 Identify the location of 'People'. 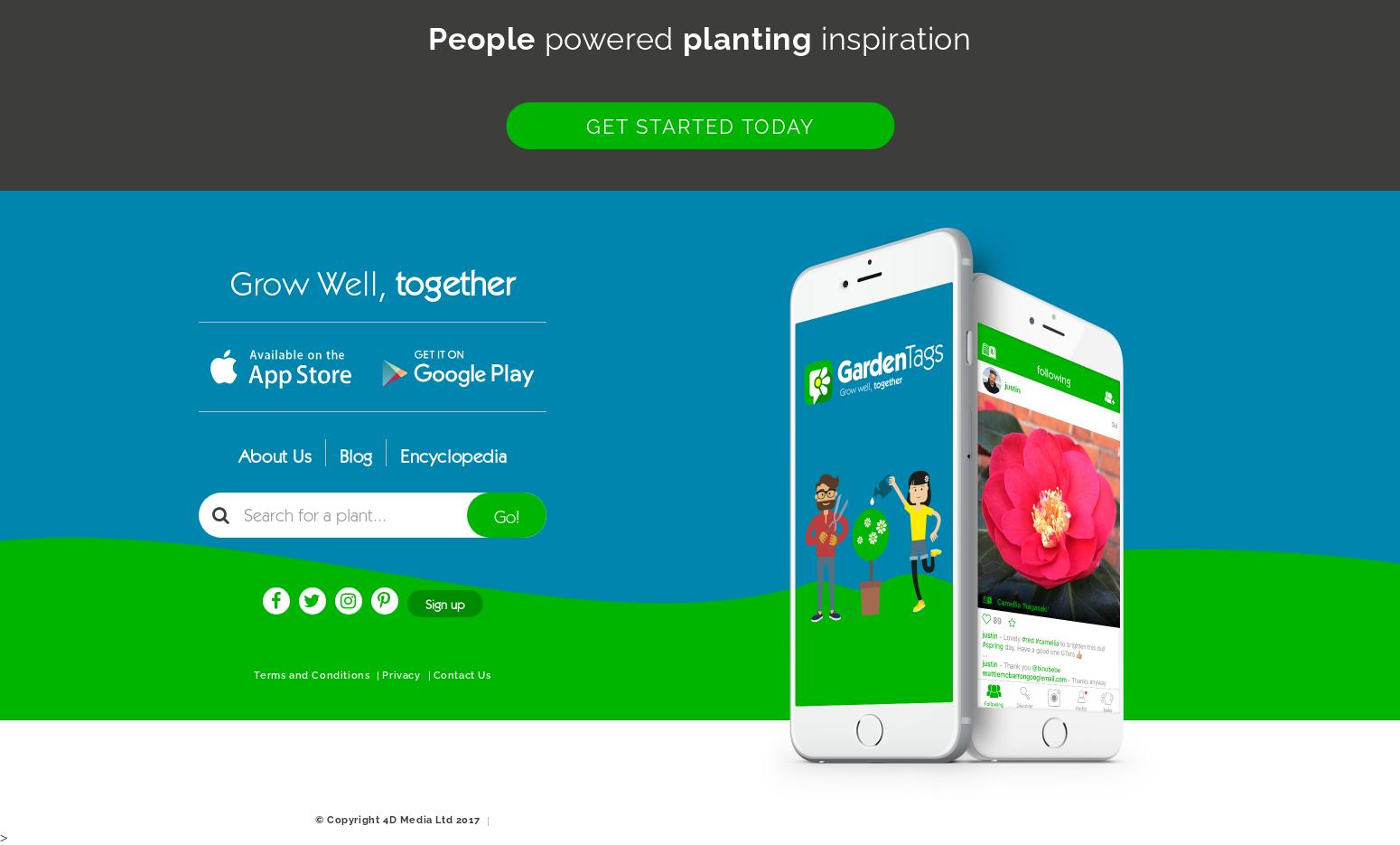
(481, 38).